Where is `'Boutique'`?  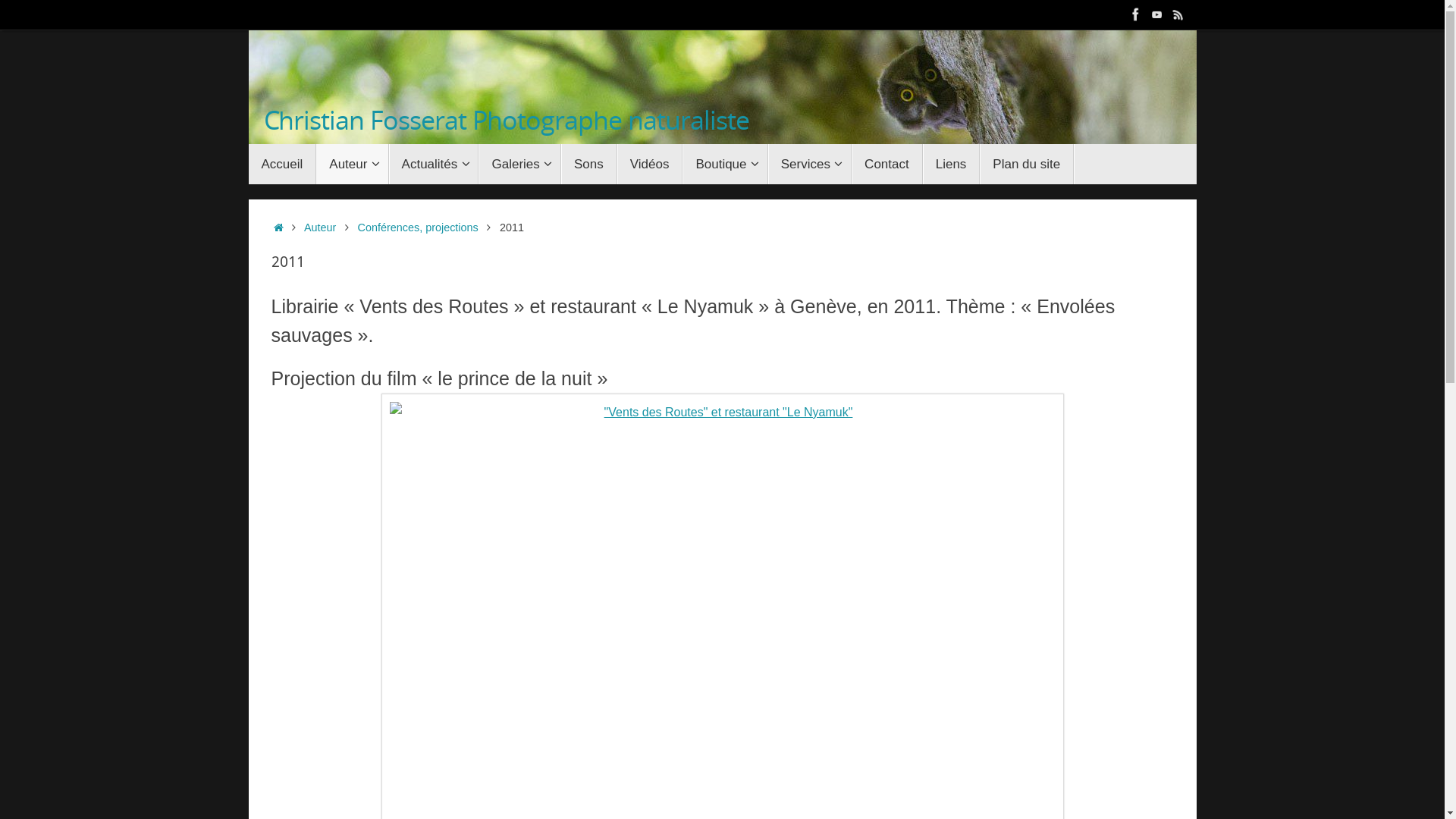 'Boutique' is located at coordinates (682, 164).